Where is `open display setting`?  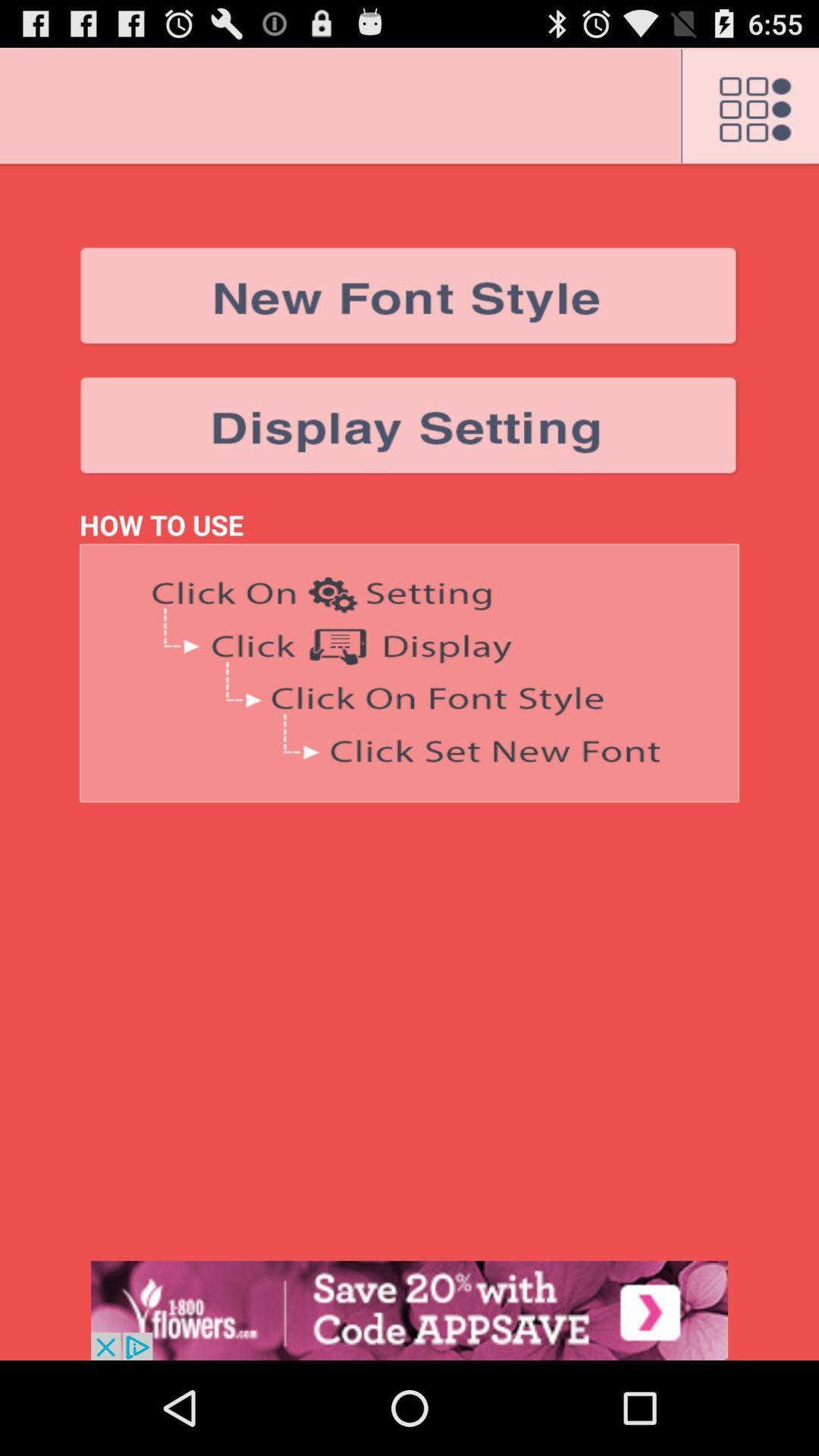 open display setting is located at coordinates (409, 425).